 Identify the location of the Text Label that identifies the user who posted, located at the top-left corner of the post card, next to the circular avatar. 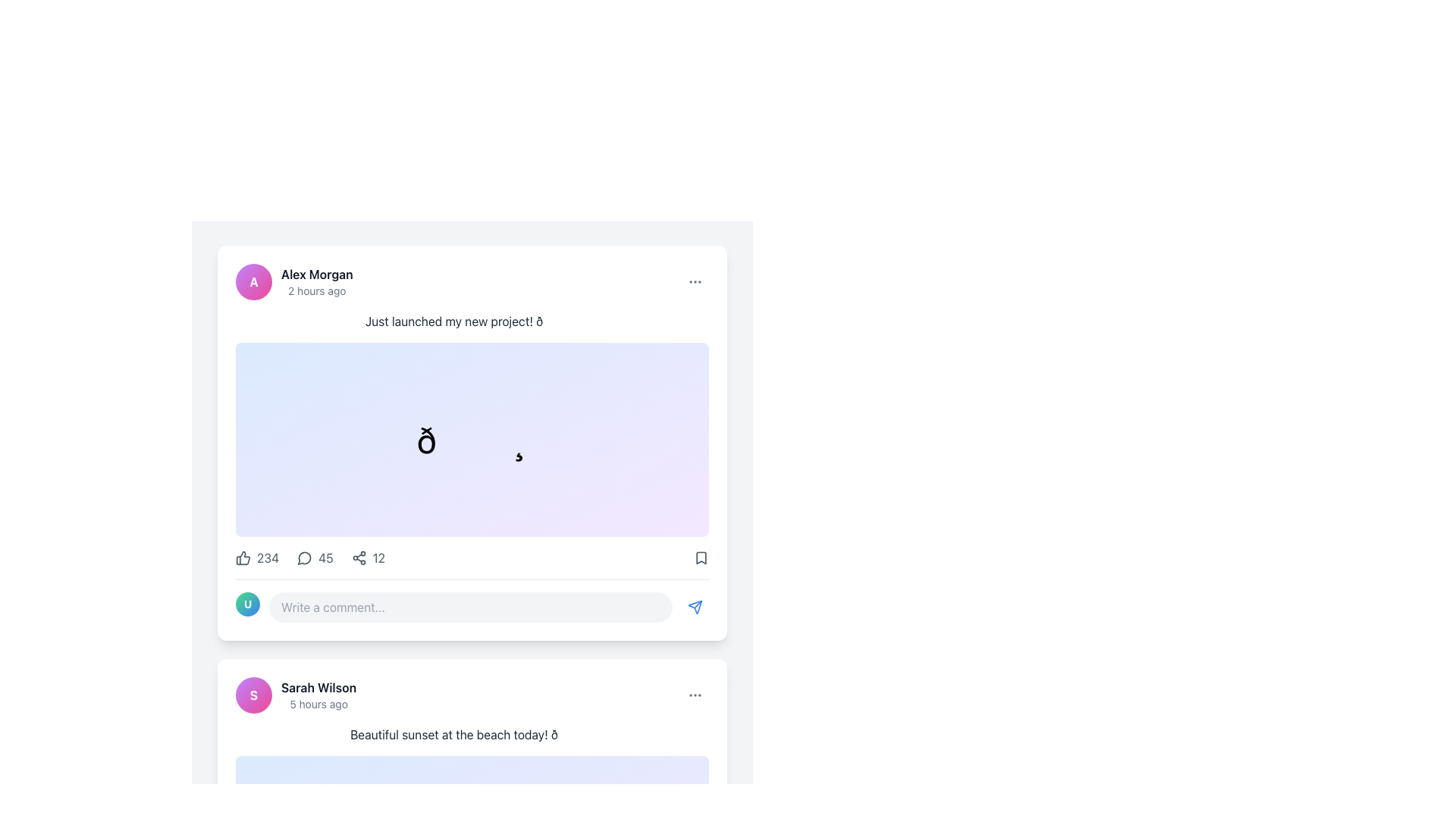
(316, 275).